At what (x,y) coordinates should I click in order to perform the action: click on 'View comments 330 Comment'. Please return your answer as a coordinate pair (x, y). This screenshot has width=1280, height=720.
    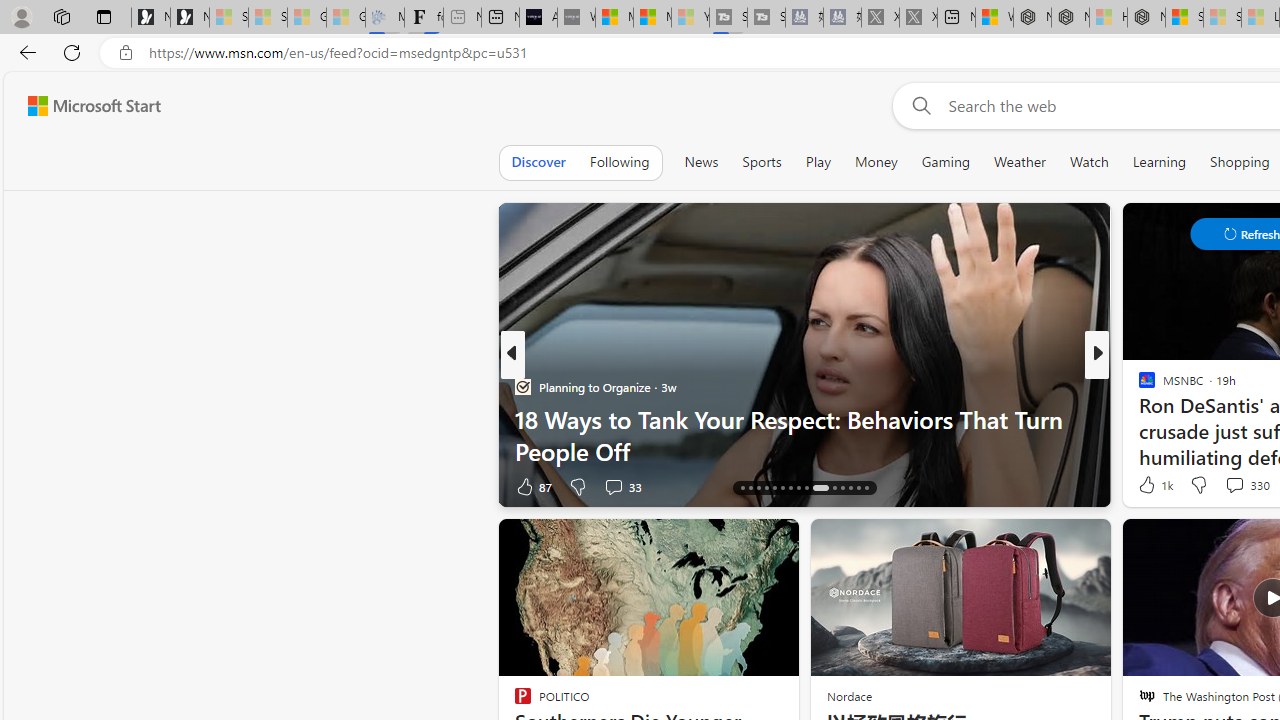
    Looking at the image, I should click on (1245, 484).